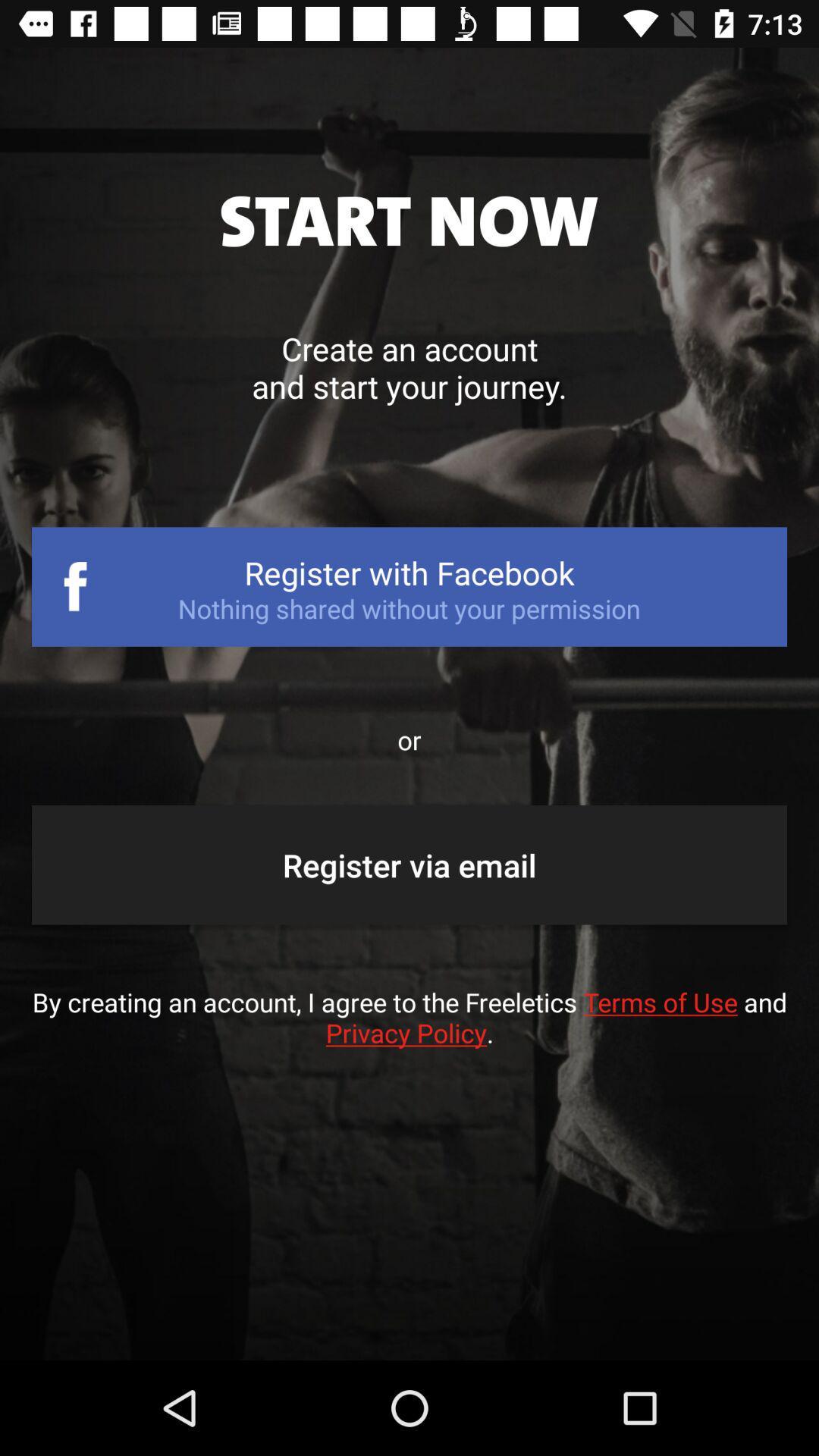 The height and width of the screenshot is (1456, 819). Describe the element at coordinates (409, 864) in the screenshot. I see `the icon above the by creating an` at that location.